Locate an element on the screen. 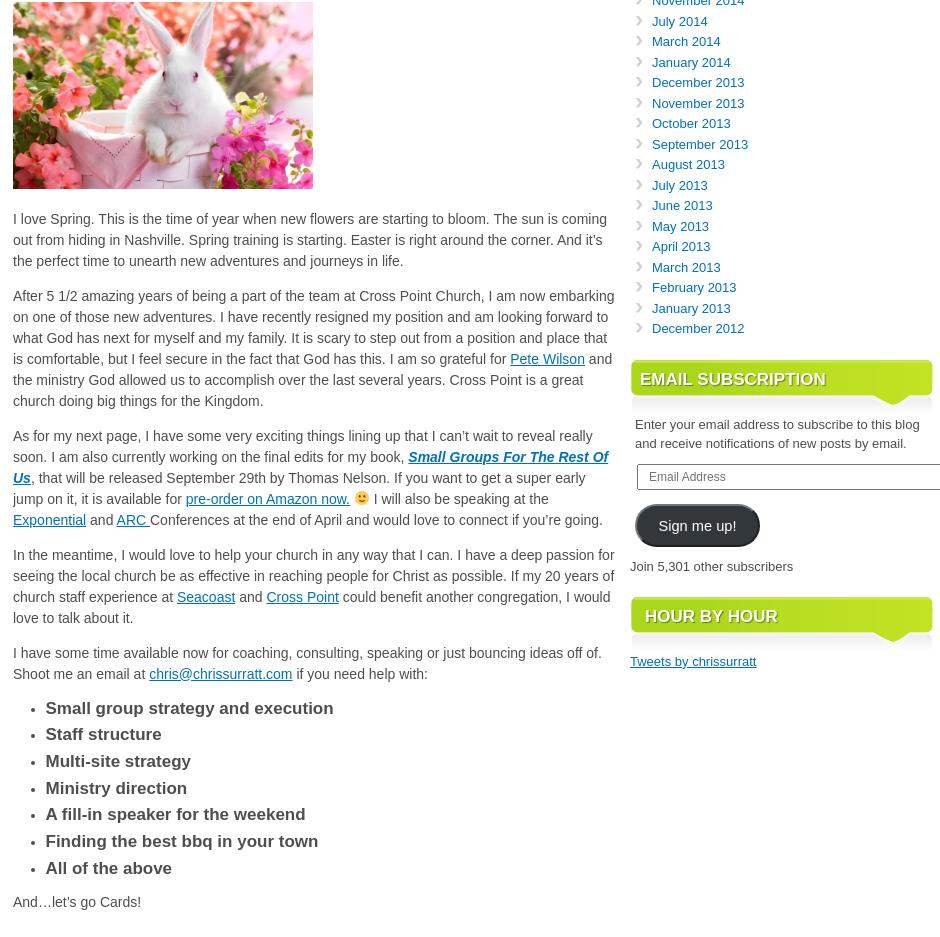 The image size is (940, 937). 'Enter your email address to subscribe to this blog and receive notifications of new posts by email.' is located at coordinates (776, 432).